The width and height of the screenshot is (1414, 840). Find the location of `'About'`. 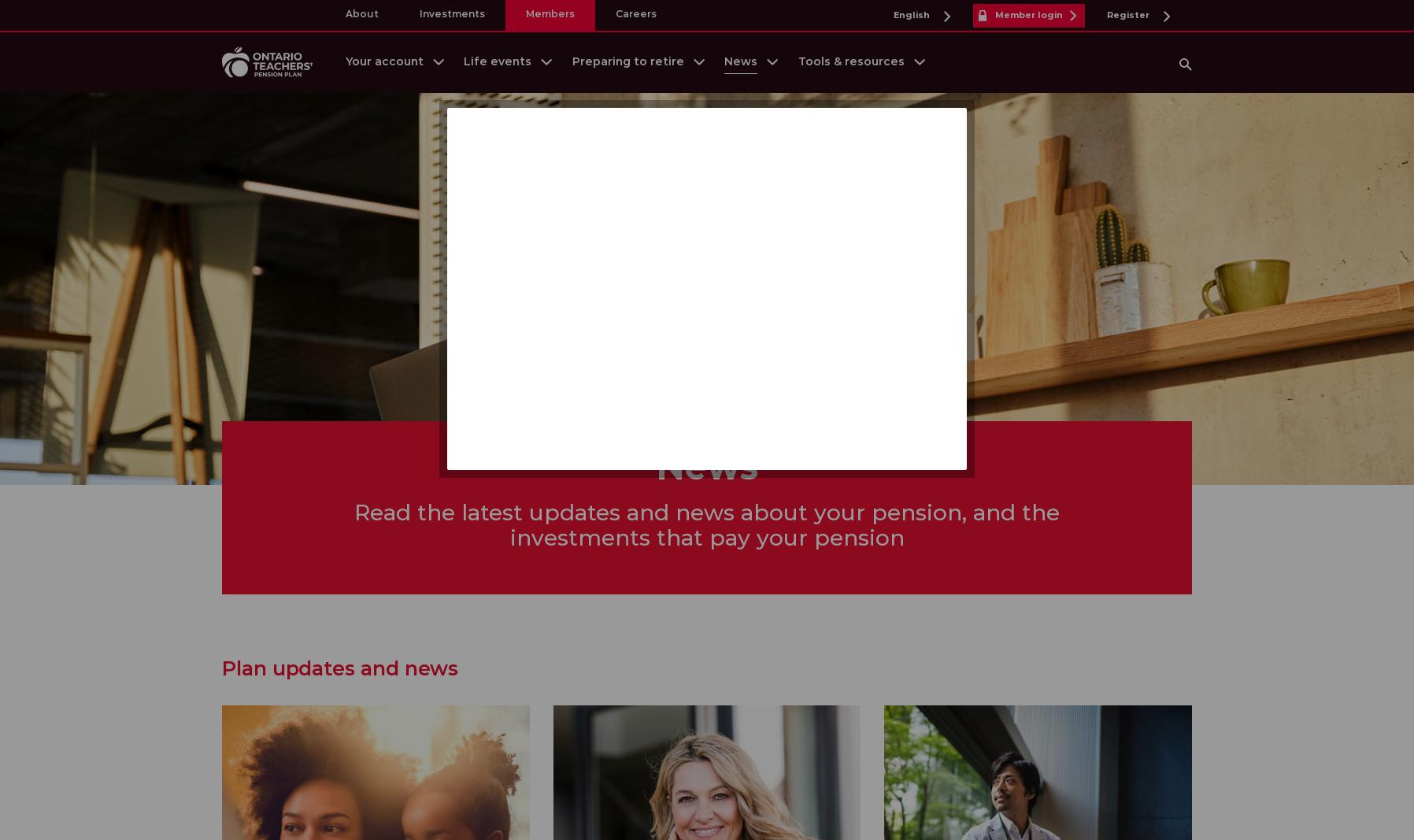

'About' is located at coordinates (345, 13).